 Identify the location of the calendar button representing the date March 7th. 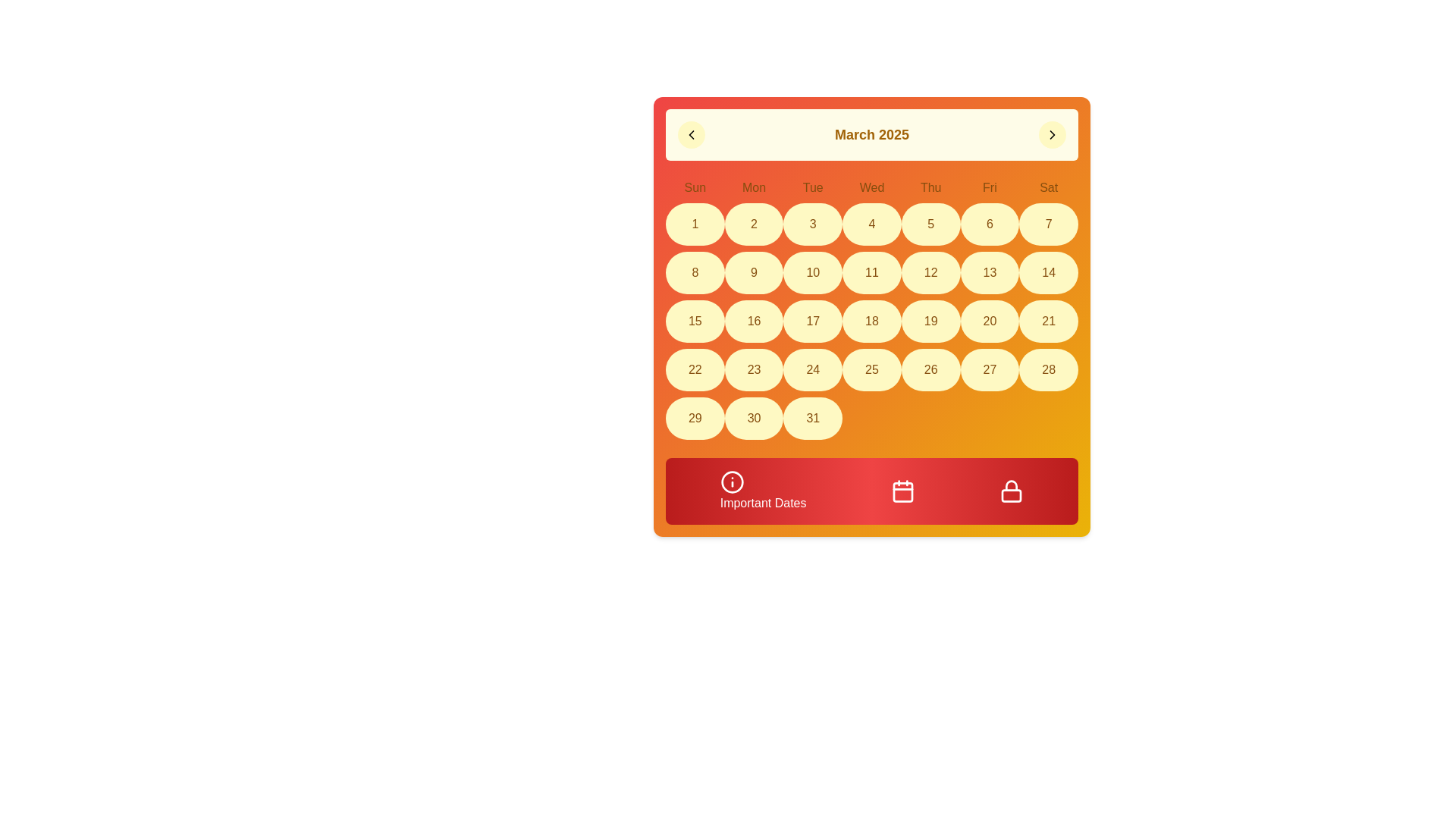
(1047, 224).